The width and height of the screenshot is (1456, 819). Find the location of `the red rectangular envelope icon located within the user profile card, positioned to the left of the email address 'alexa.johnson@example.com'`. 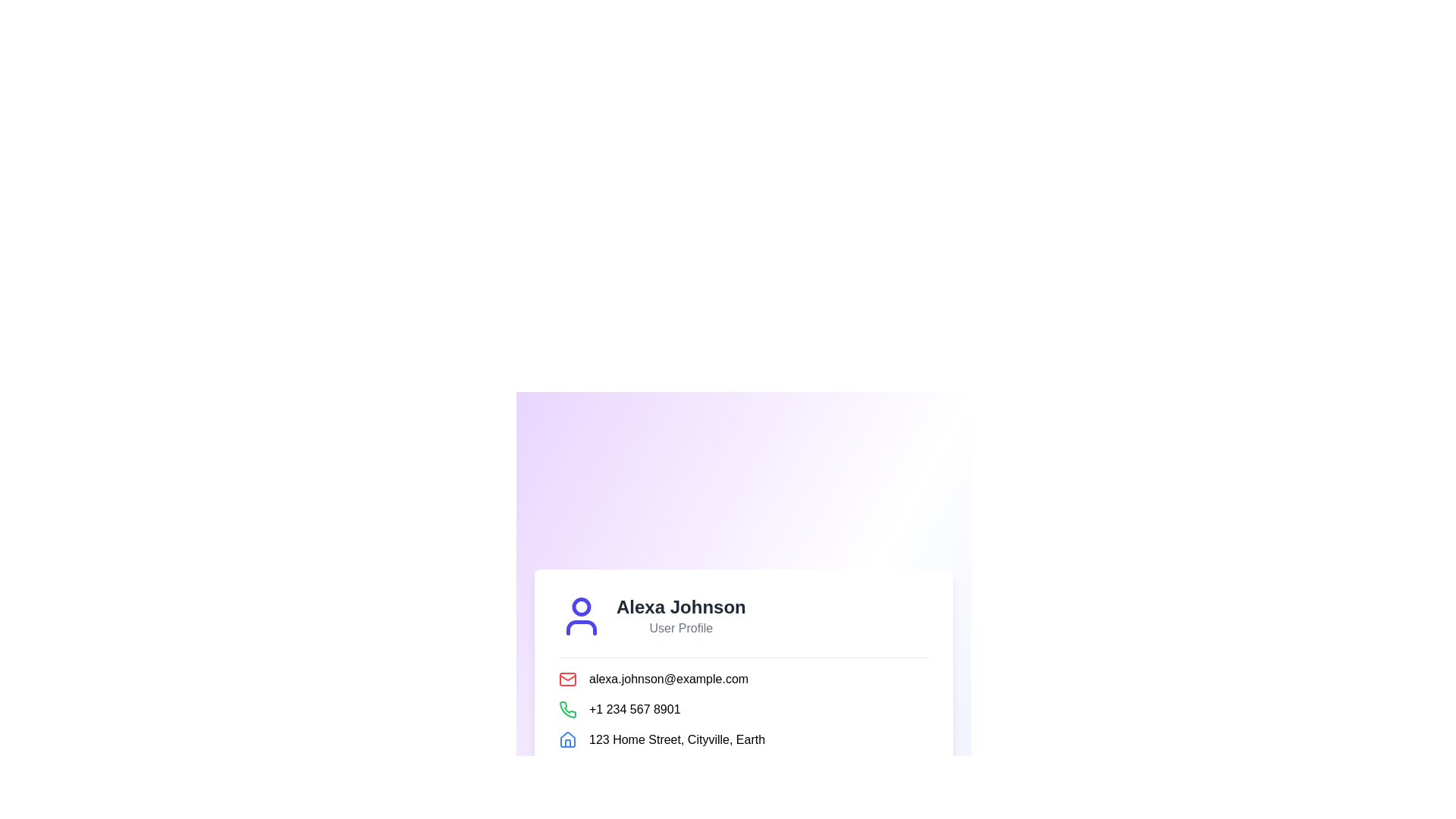

the red rectangular envelope icon located within the user profile card, positioned to the left of the email address 'alexa.johnson@example.com' is located at coordinates (566, 677).